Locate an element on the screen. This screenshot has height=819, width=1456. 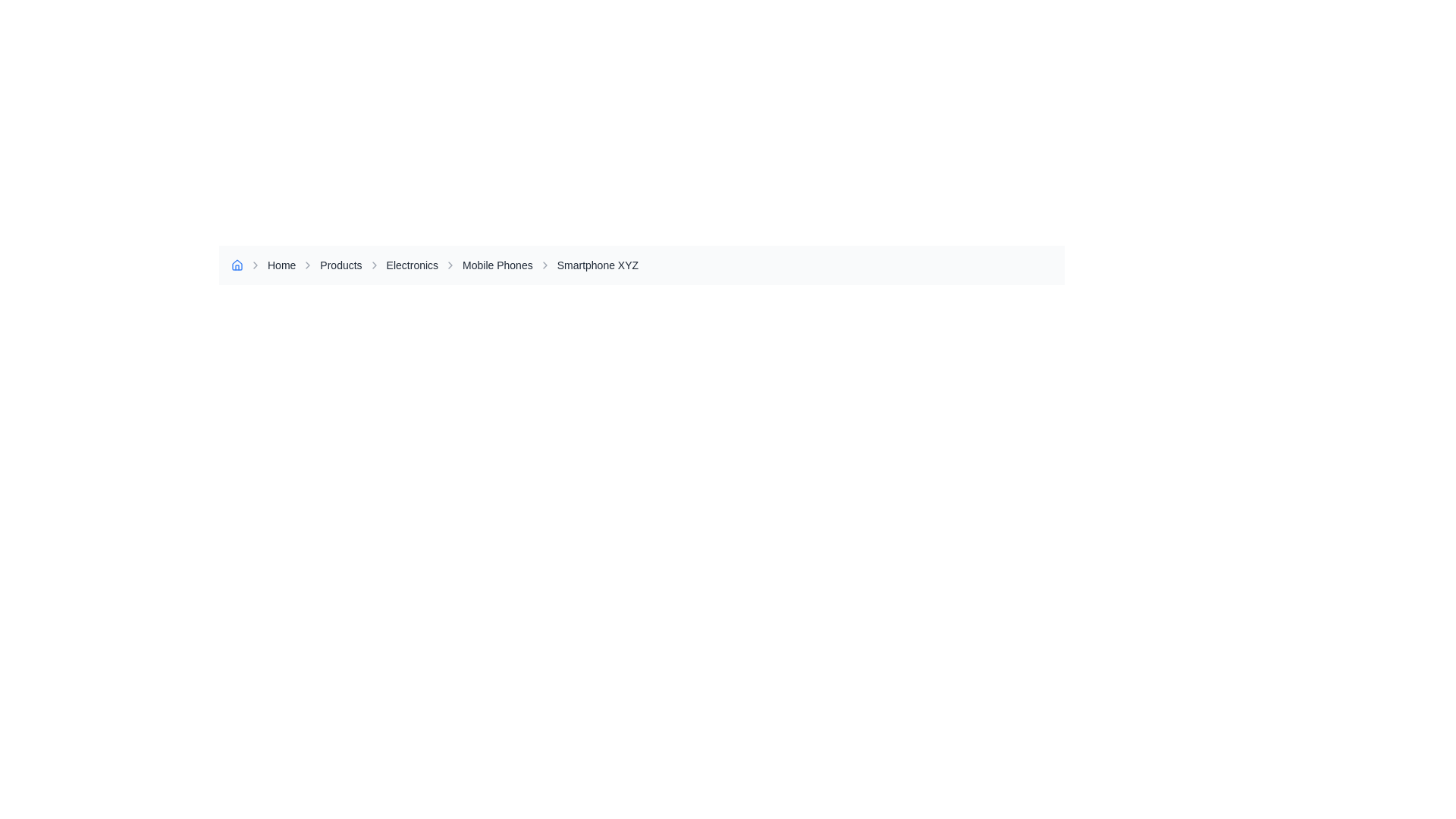
the 'Electronics' link in the breadcrumb navigation is located at coordinates (403, 265).